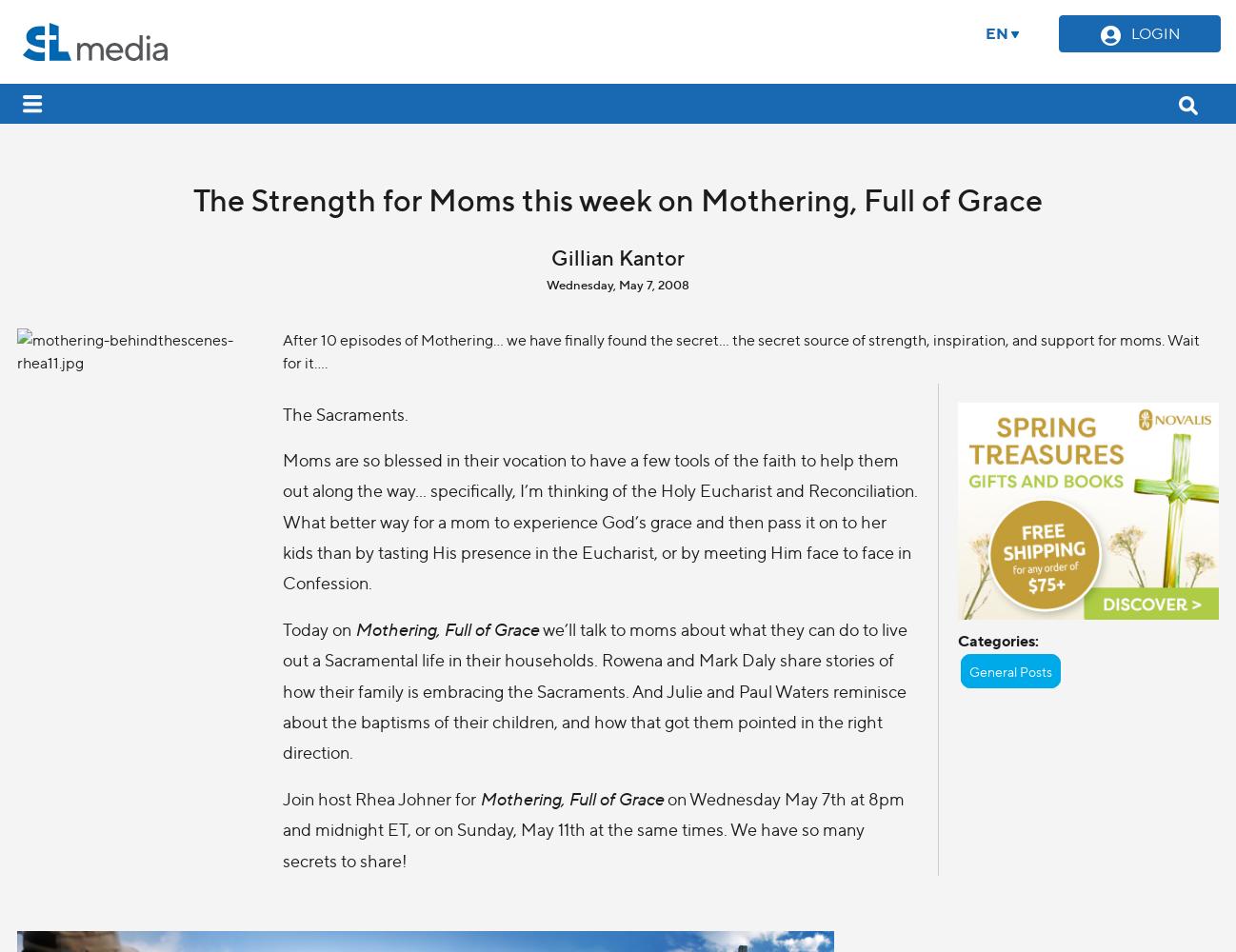 The width and height of the screenshot is (1236, 952). Describe the element at coordinates (1153, 32) in the screenshot. I see `'LOGIN'` at that location.